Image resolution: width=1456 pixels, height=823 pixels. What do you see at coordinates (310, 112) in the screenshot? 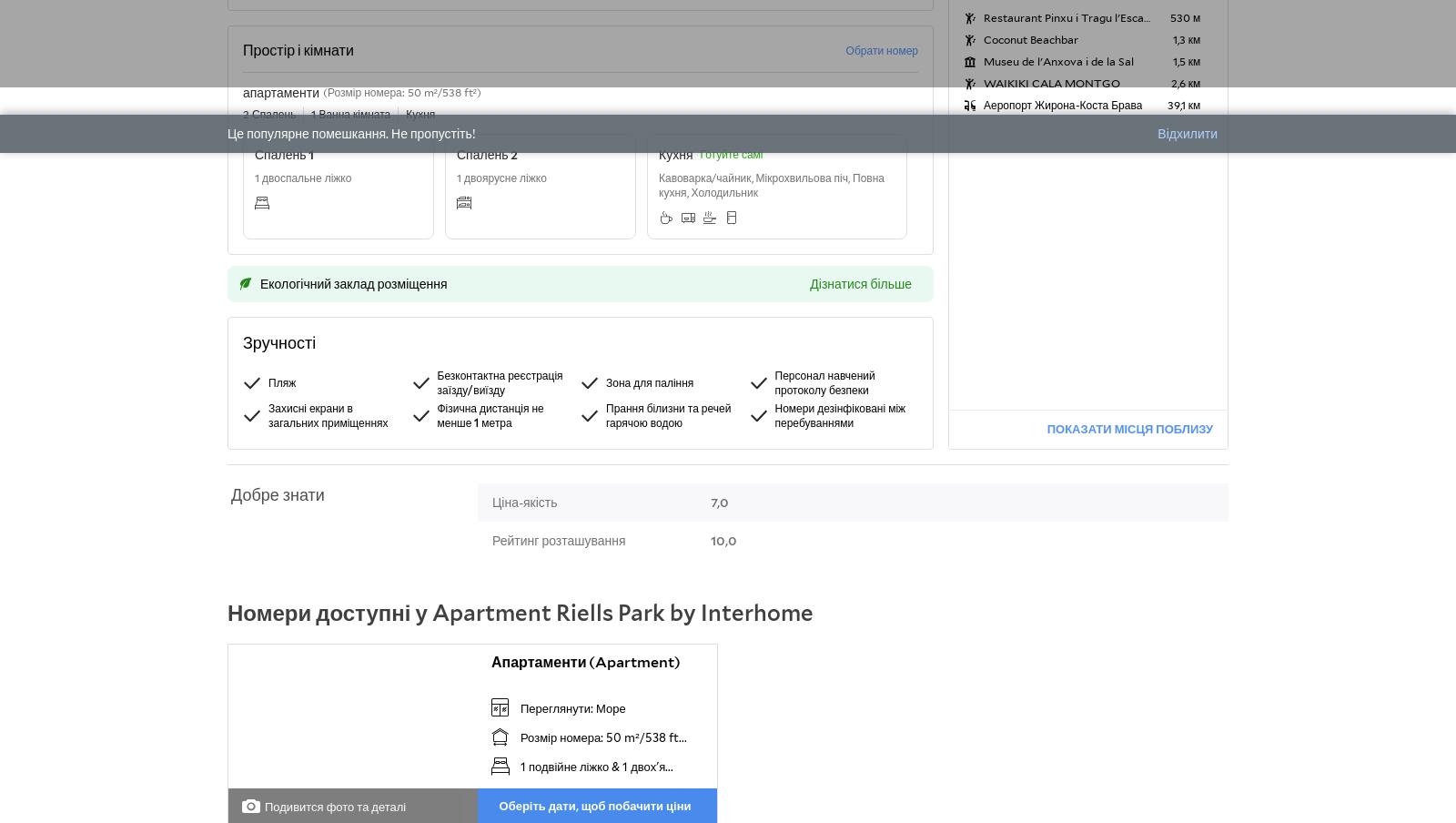
I see `'1 Ванна кімната'` at bounding box center [310, 112].